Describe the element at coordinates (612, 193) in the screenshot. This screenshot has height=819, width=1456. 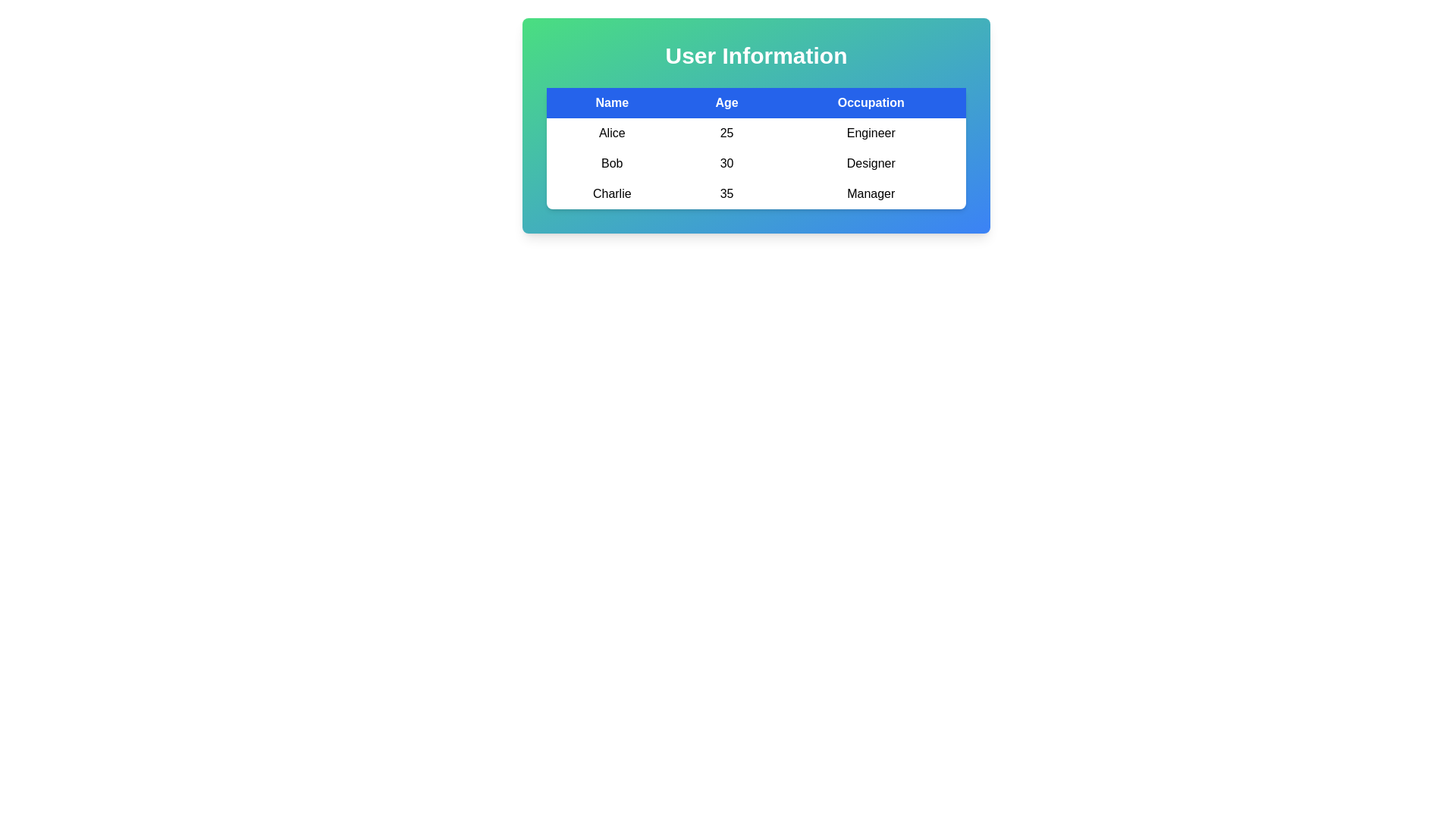
I see `the text label element displaying 'Charlie' located in the third row under the 'Name' column of the table` at that location.